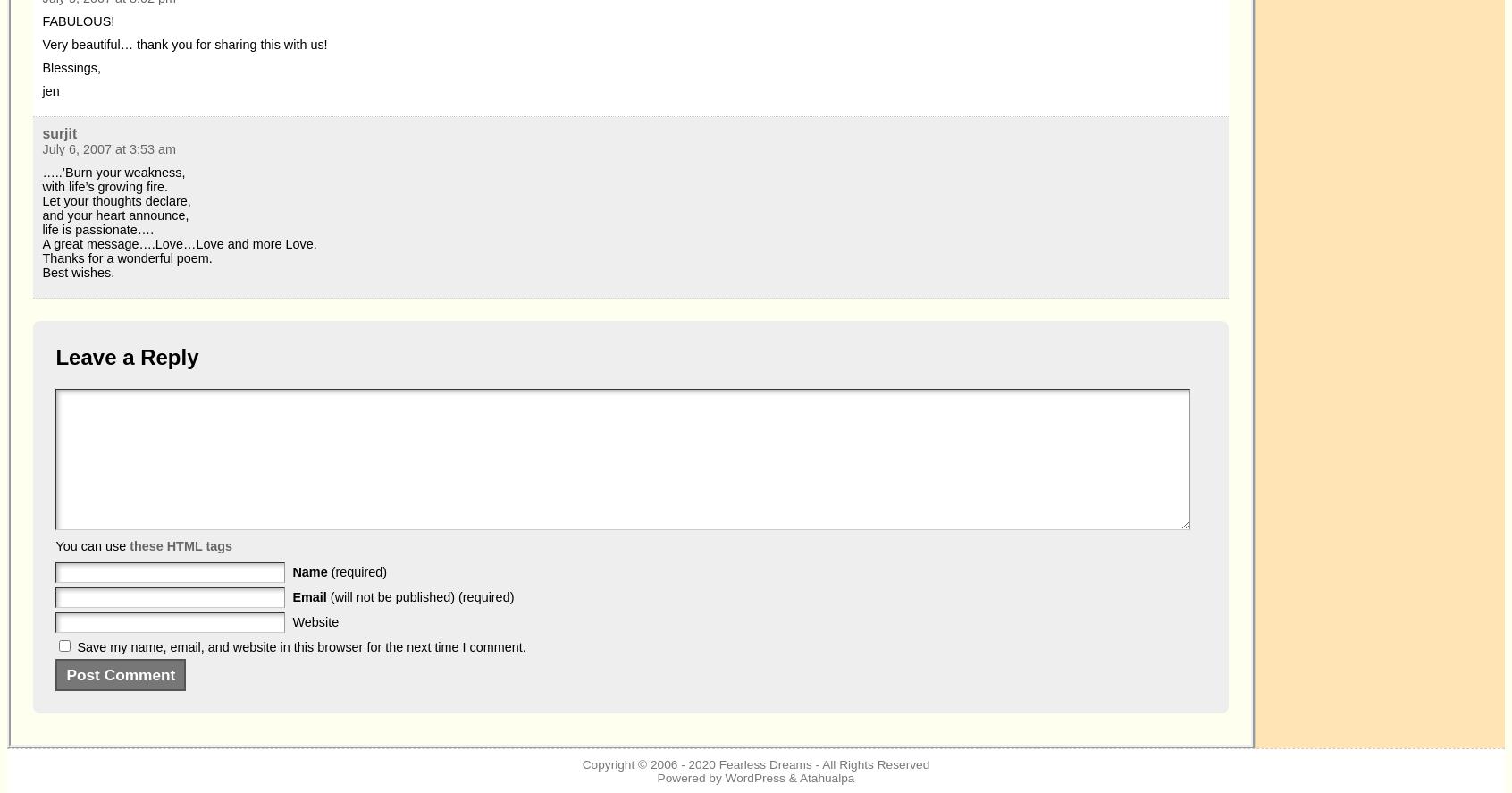 Image resolution: width=1512 pixels, height=793 pixels. Describe the element at coordinates (827, 777) in the screenshot. I see `'Atahualpa'` at that location.